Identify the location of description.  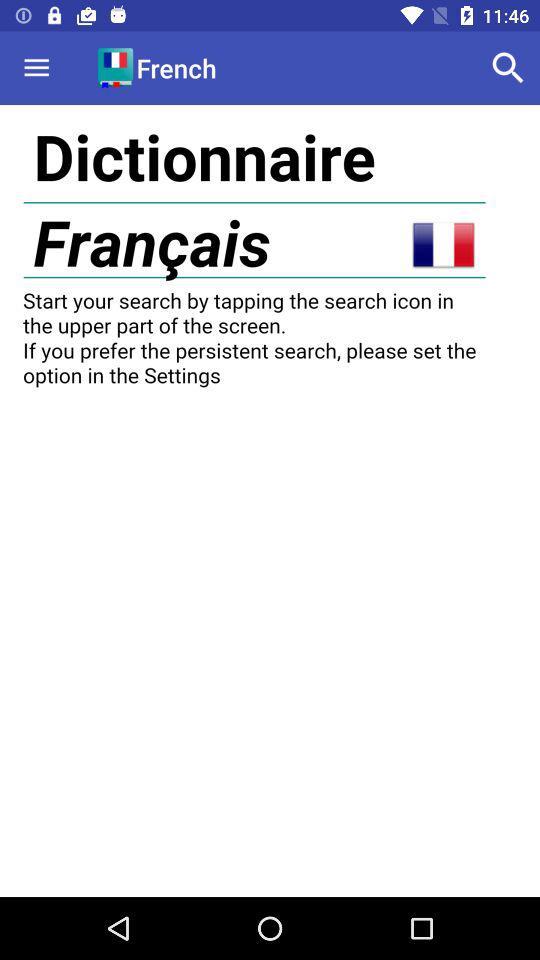
(270, 500).